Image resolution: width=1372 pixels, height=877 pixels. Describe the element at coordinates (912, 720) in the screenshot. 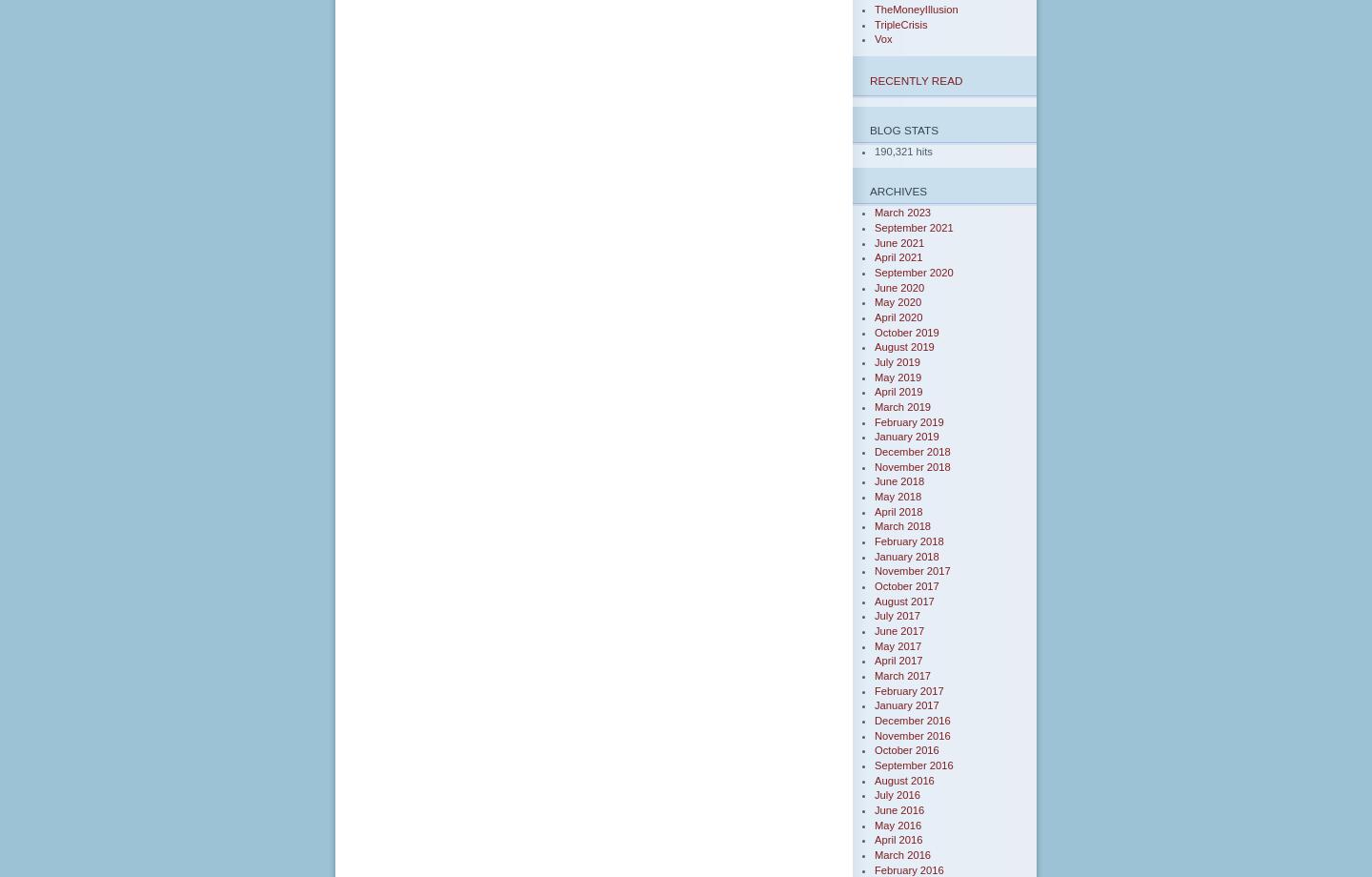

I see `'December 2016'` at that location.